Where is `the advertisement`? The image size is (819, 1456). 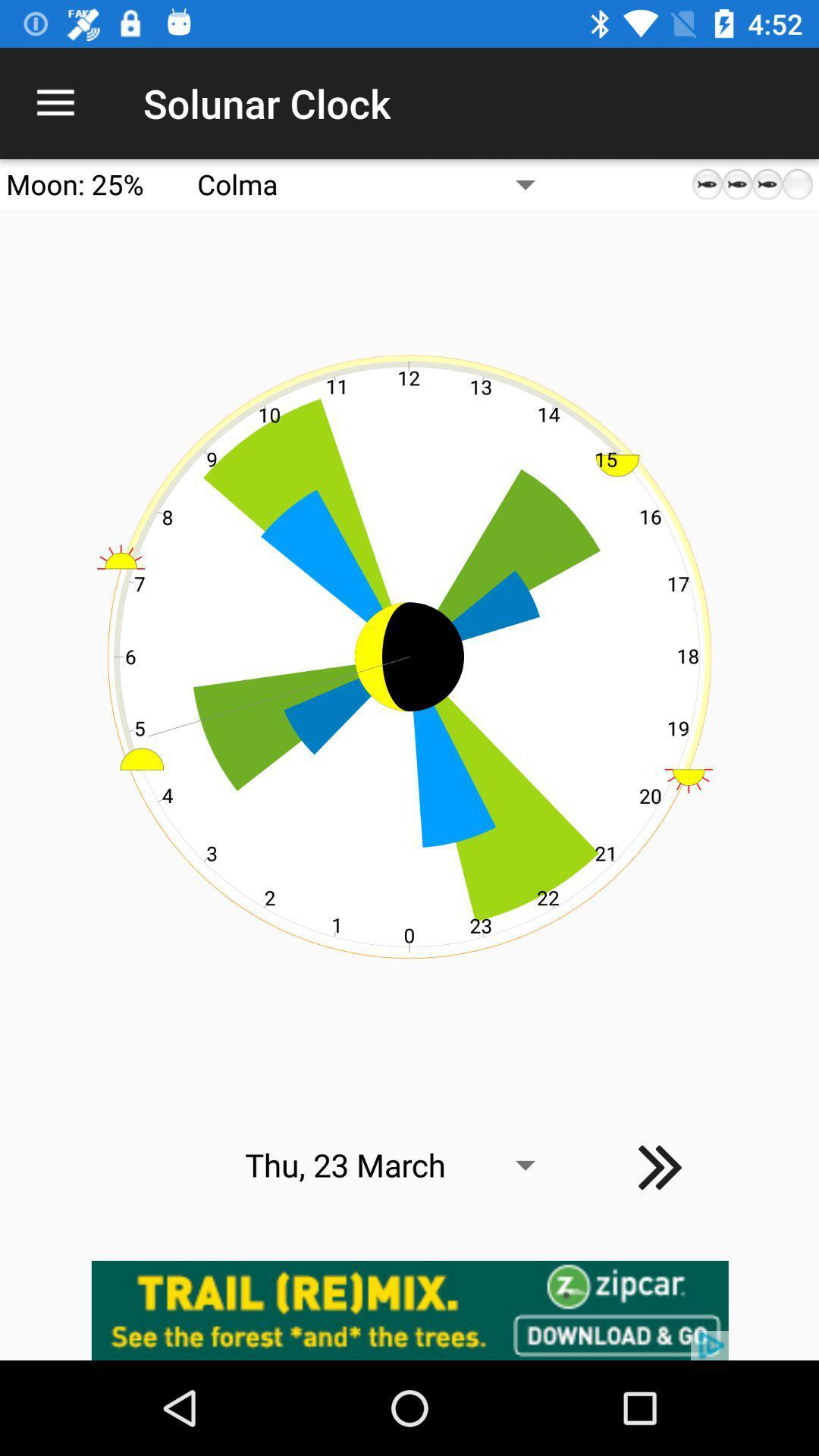 the advertisement is located at coordinates (409, 1310).